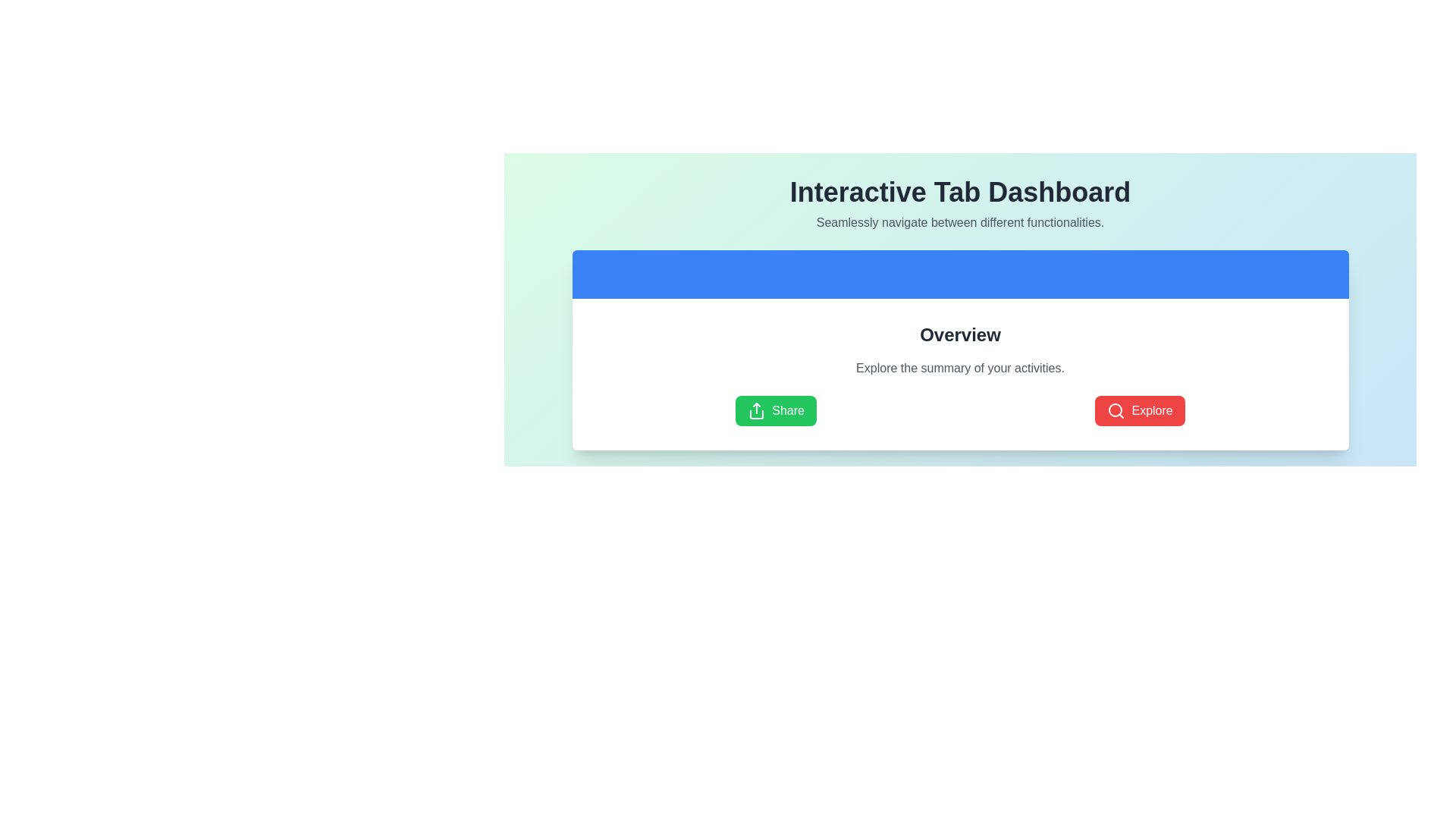 The height and width of the screenshot is (819, 1456). What do you see at coordinates (668, 275) in the screenshot?
I see `the 'Overview' tab, which is the first tab on the left among the navigation tabs at the top of the content area` at bounding box center [668, 275].